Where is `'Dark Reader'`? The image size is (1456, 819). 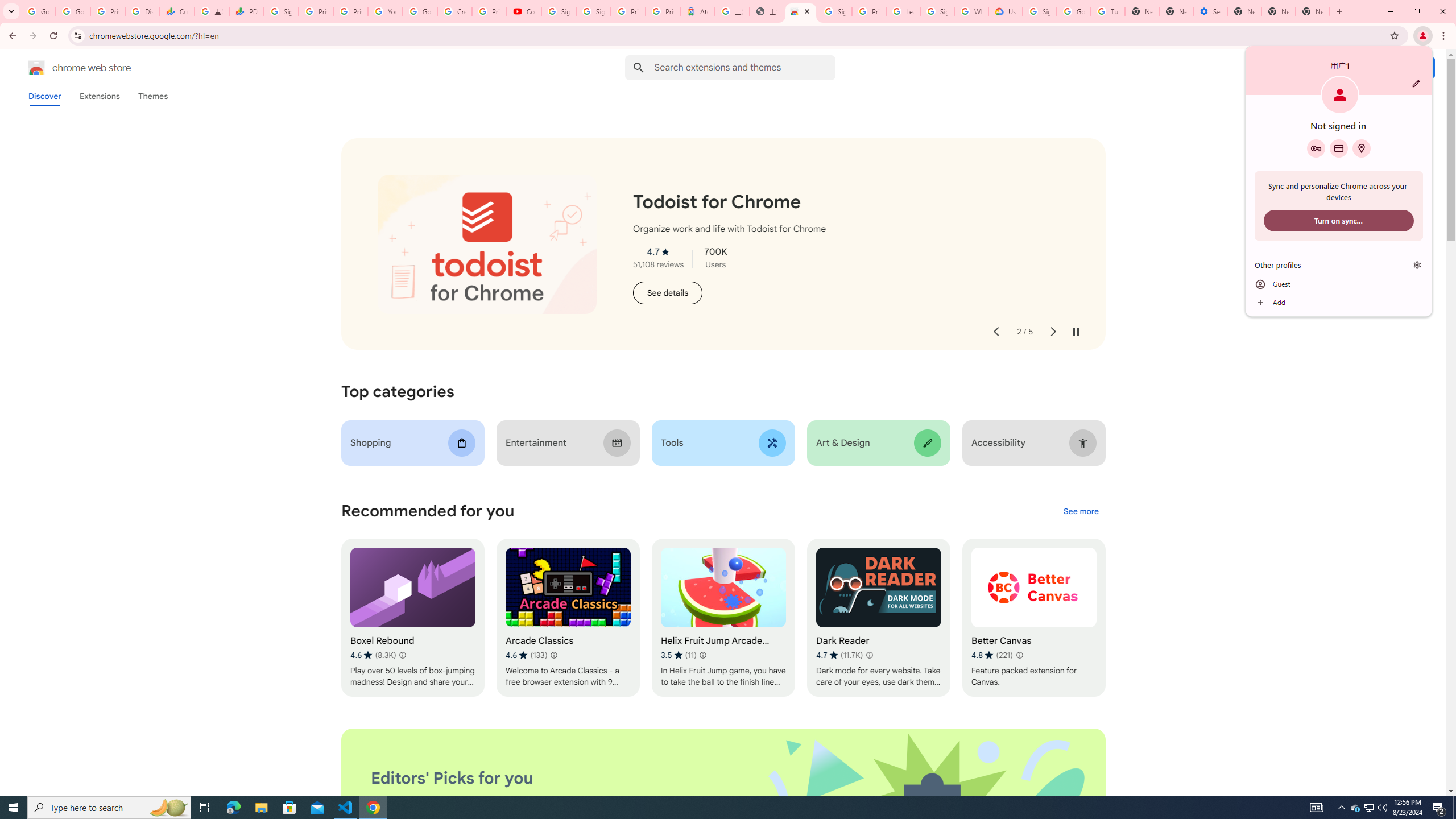 'Dark Reader' is located at coordinates (878, 617).